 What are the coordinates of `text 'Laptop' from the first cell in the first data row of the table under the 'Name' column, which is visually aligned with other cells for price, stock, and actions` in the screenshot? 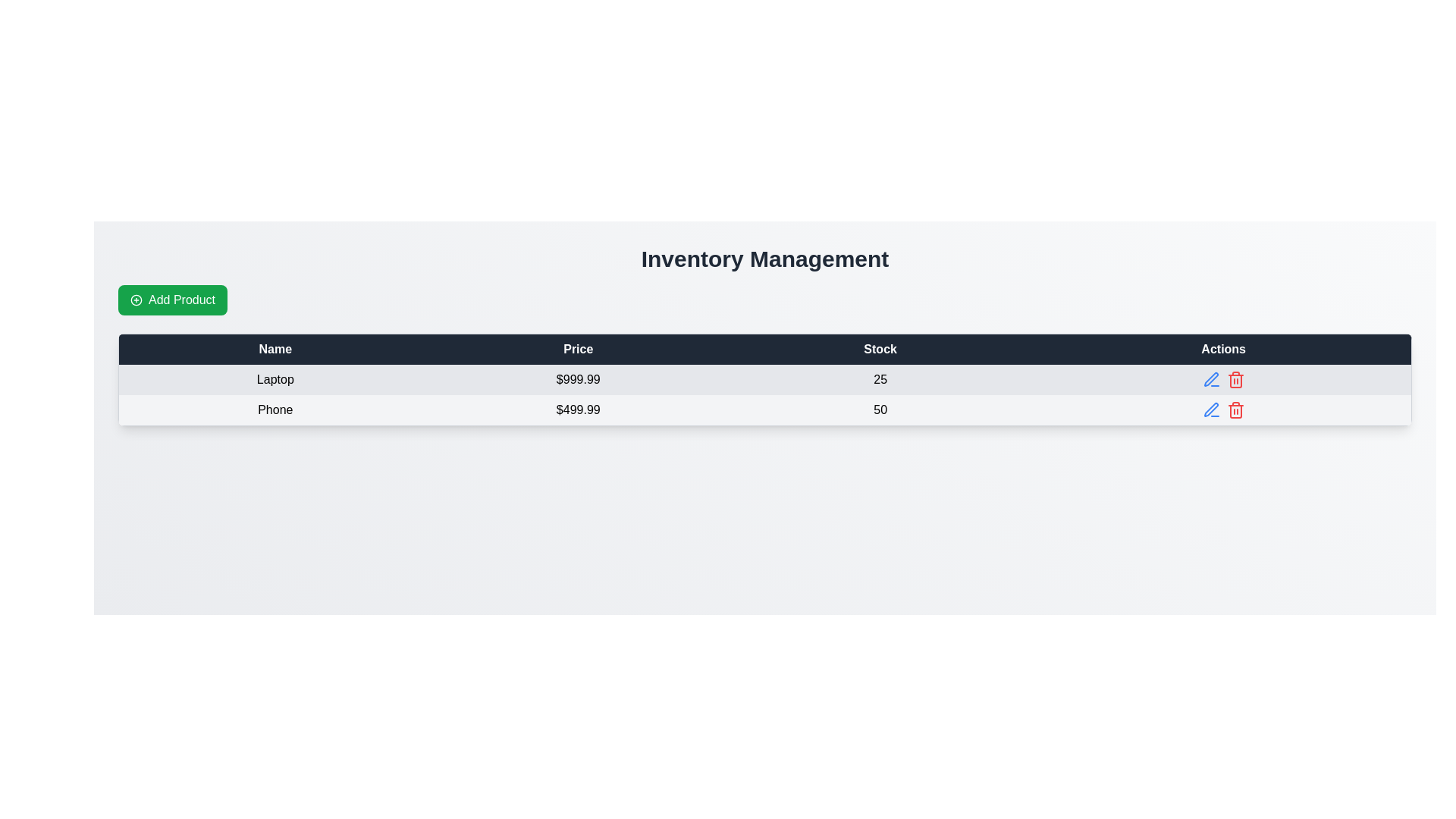 It's located at (275, 379).